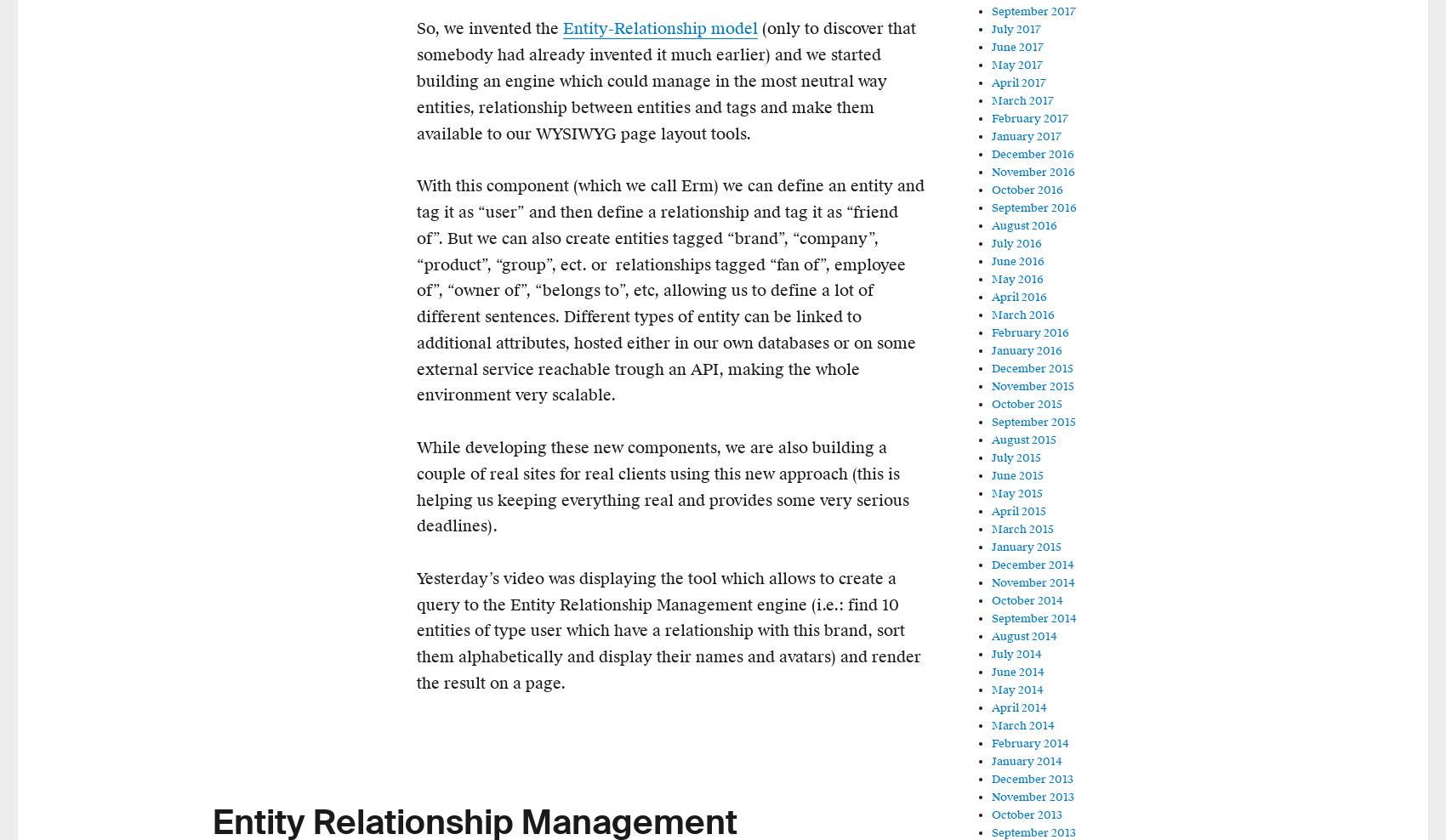 The image size is (1446, 840). I want to click on 'March 2014', so click(992, 726).